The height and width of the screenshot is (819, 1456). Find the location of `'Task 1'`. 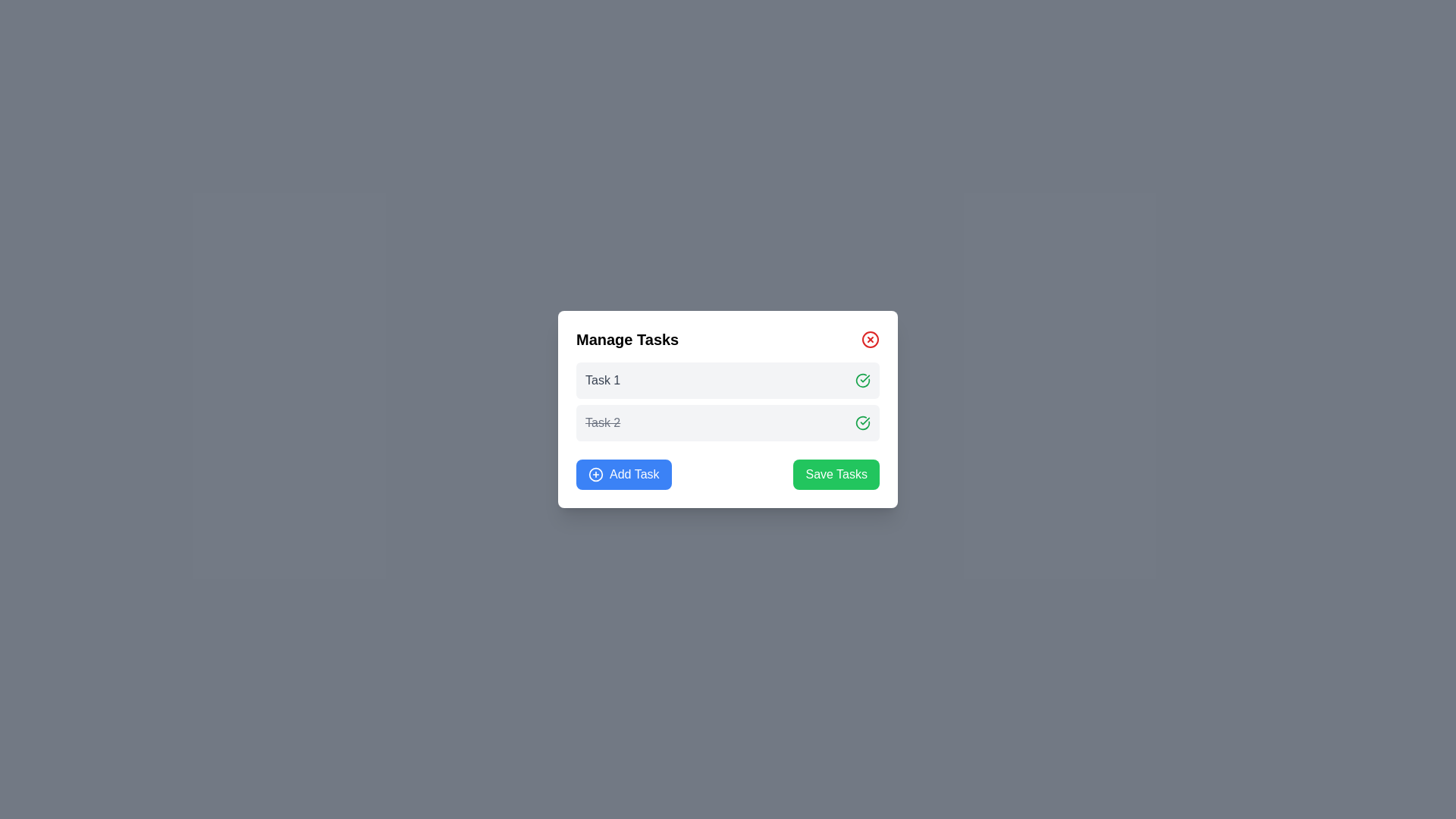

'Task 1' is located at coordinates (728, 400).